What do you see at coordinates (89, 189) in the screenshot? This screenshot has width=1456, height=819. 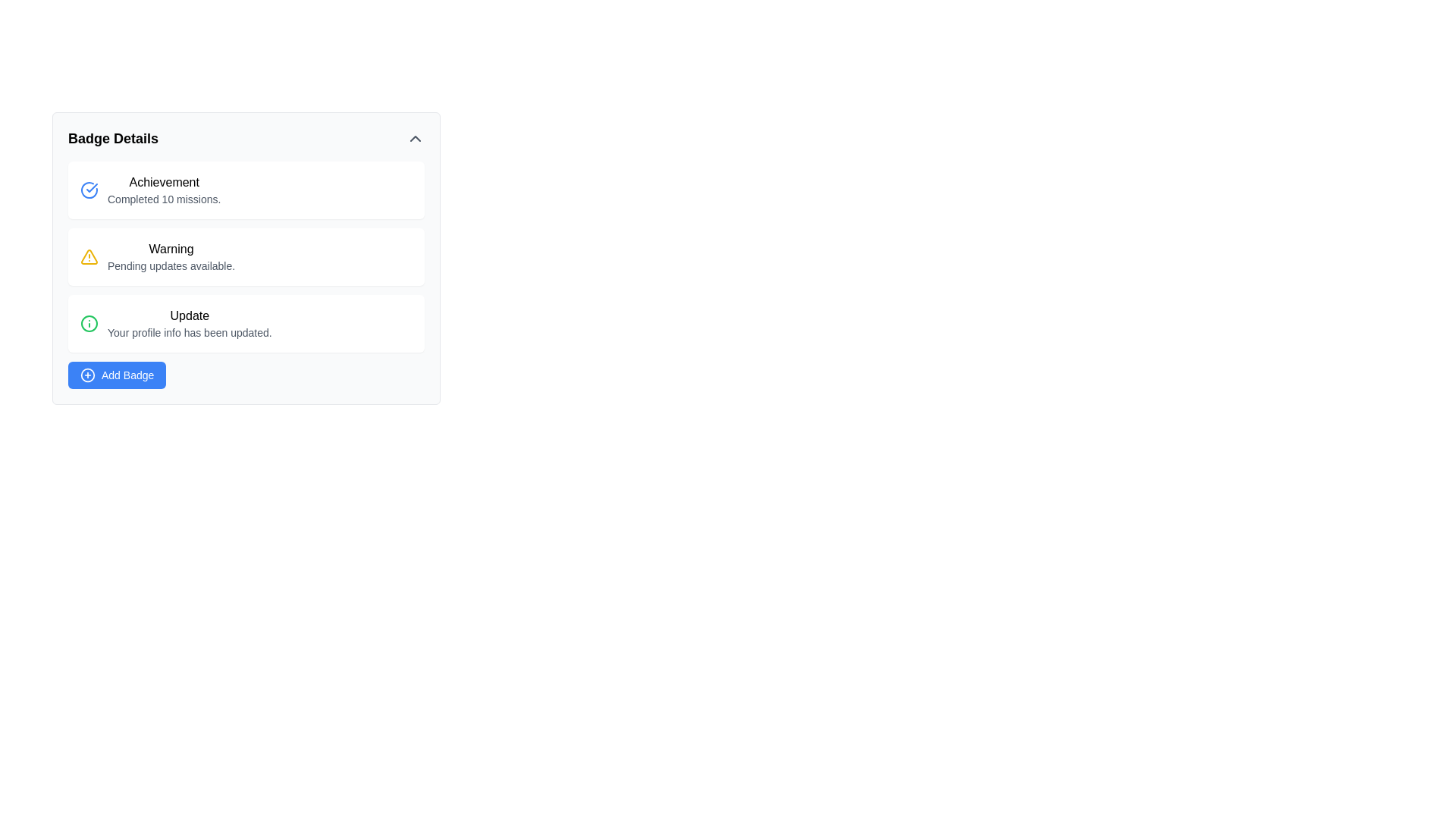 I see `the blue checkmark icon indicating successful status within the 'Badge Details' section, located adjacent to the 'Achievement' text` at bounding box center [89, 189].